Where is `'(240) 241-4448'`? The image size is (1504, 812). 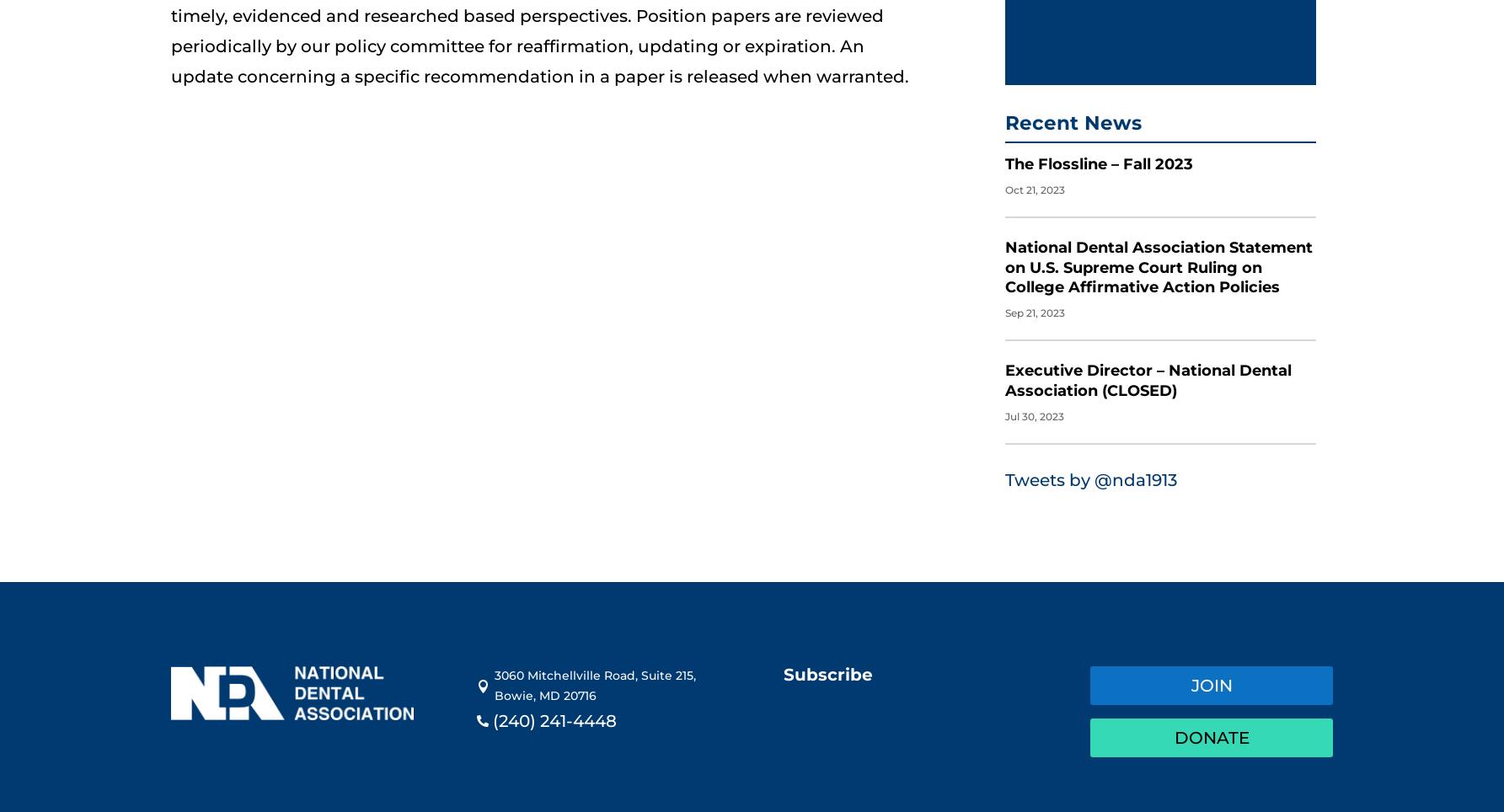
'(240) 241-4448' is located at coordinates (554, 702).